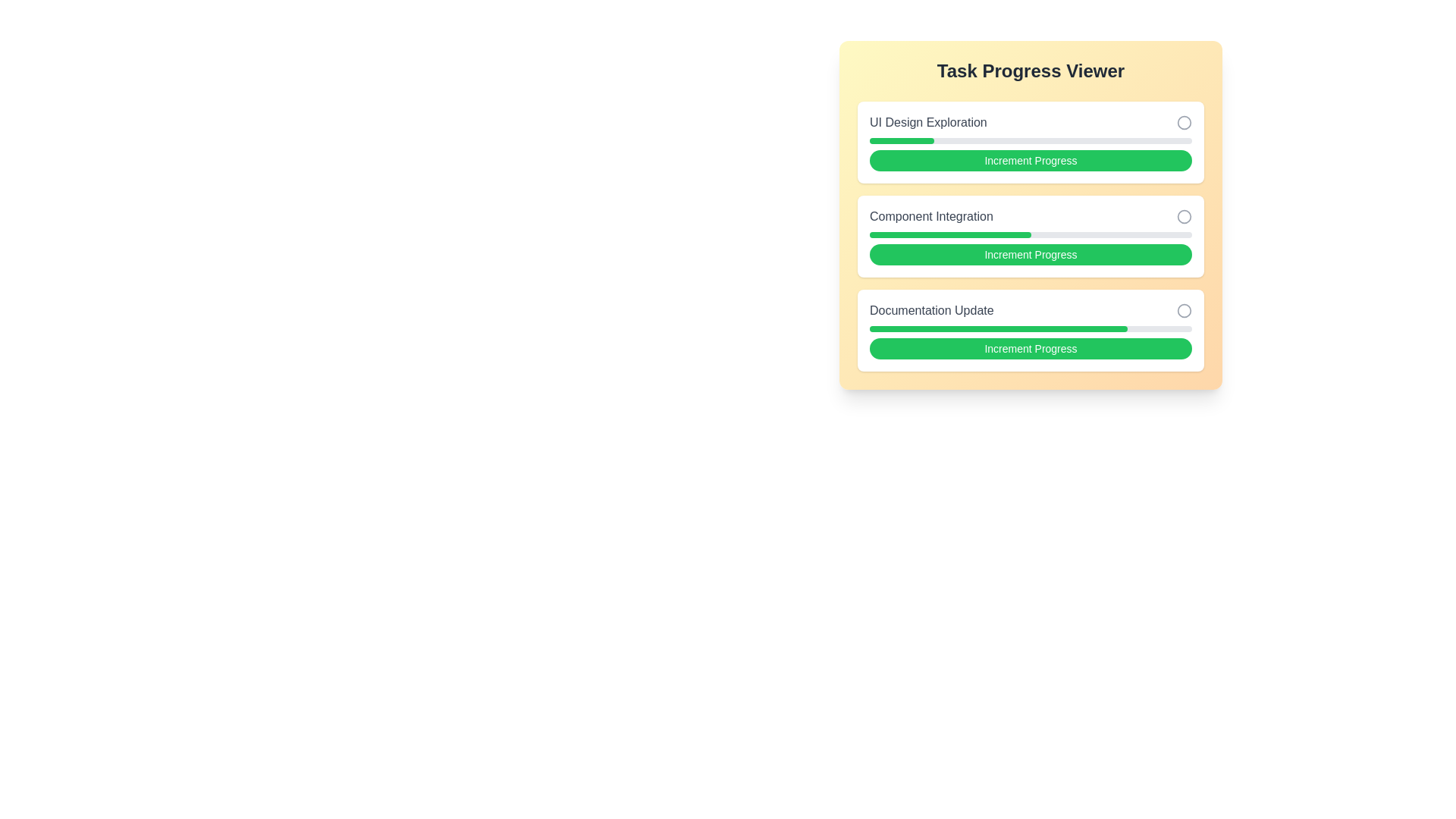 This screenshot has height=819, width=1456. What do you see at coordinates (1031, 328) in the screenshot?
I see `the progress bar indicating the completion level of the 'Documentation Update' task, which is centrally positioned below the task title and above the action button labeled 'Increment Progress'` at bounding box center [1031, 328].